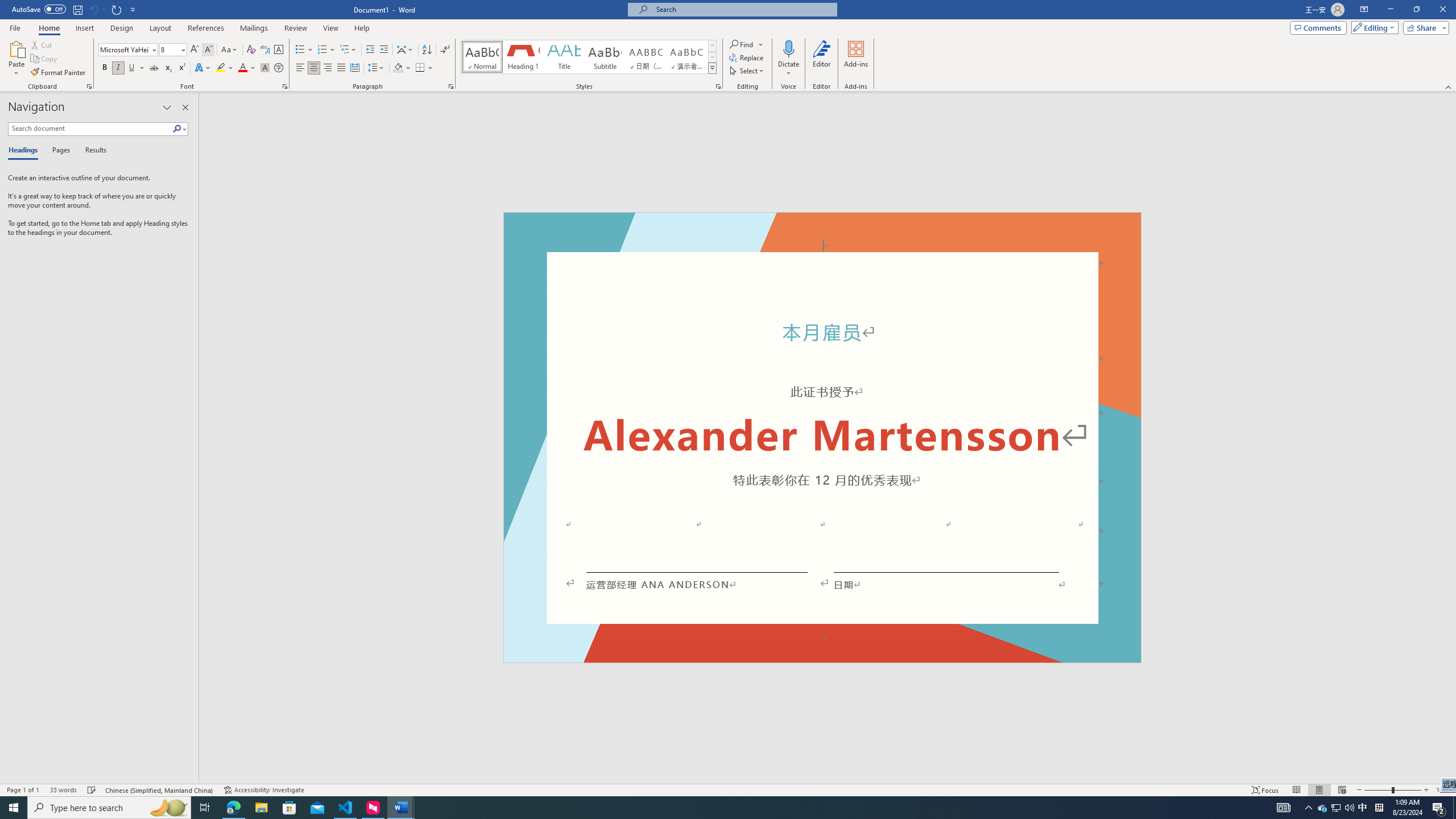 The width and height of the screenshot is (1456, 819). What do you see at coordinates (788, 48) in the screenshot?
I see `'Dictate'` at bounding box center [788, 48].